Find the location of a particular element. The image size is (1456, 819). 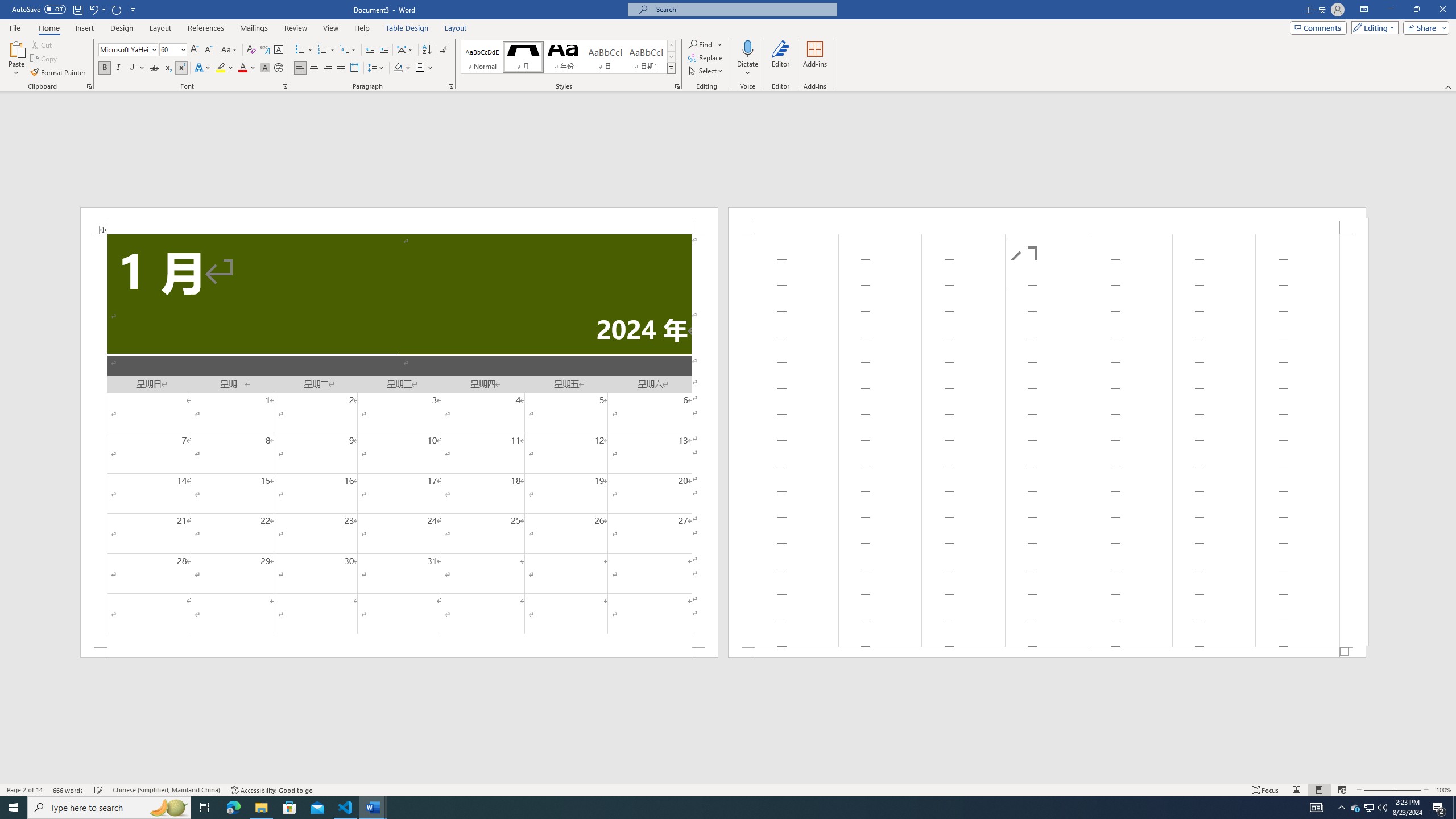

'Restore Down' is located at coordinates (1416, 9).